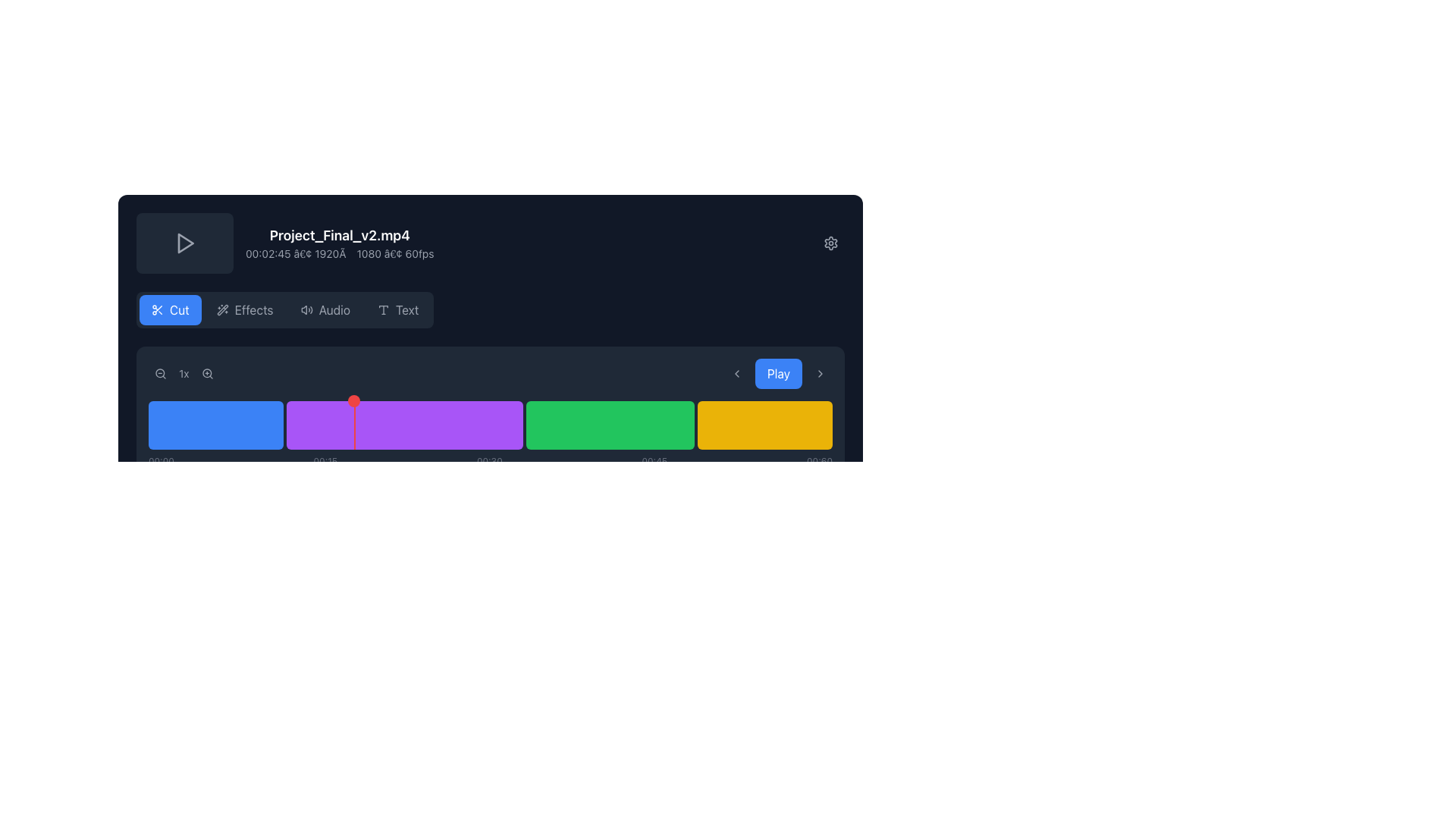 This screenshot has height=819, width=1456. I want to click on the navigational button with a chevron icon, located to the left of the 'Play' button, so click(736, 374).